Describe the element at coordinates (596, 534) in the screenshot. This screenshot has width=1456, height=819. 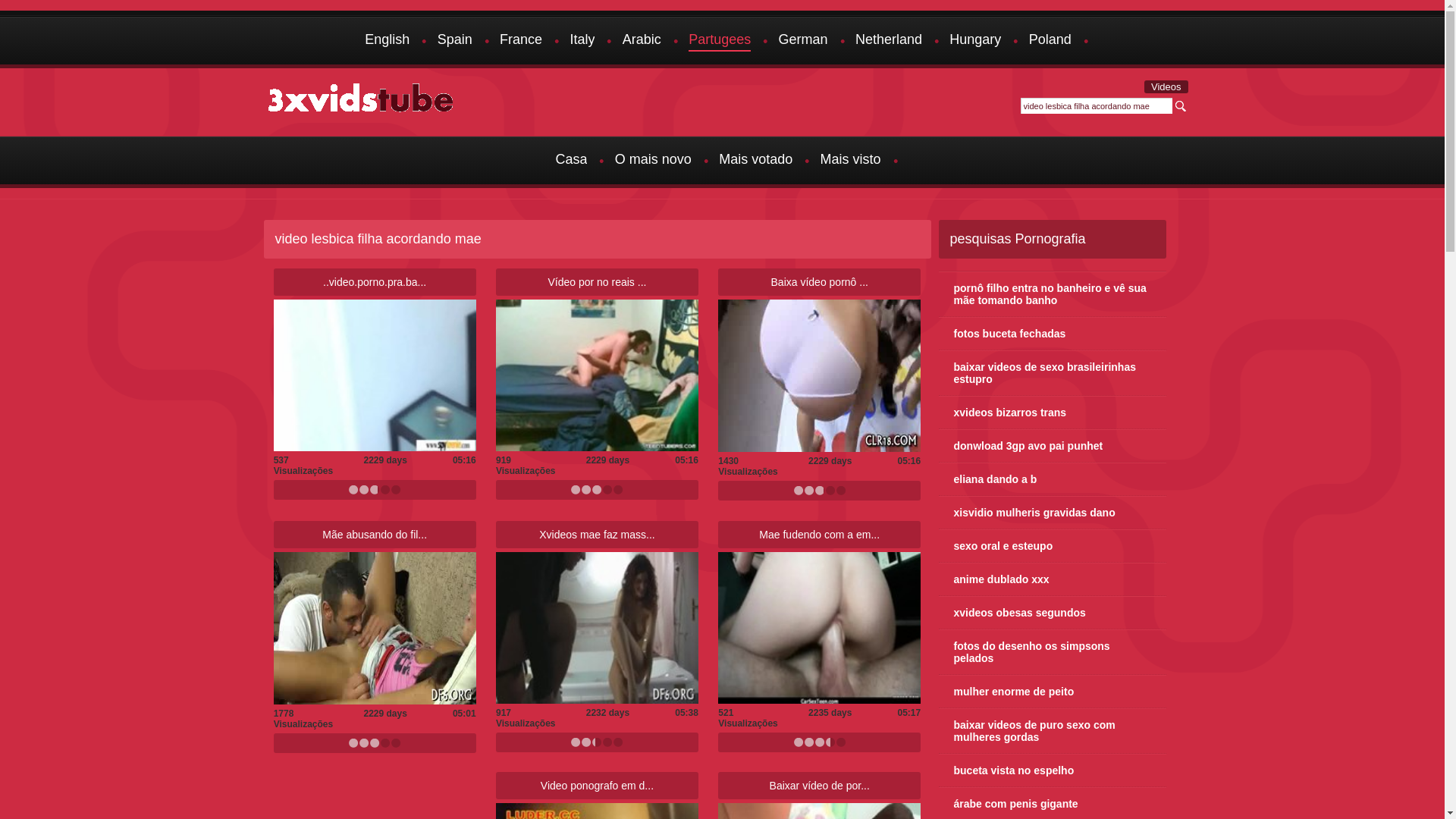
I see `'Xvideos mae faz mass...'` at that location.